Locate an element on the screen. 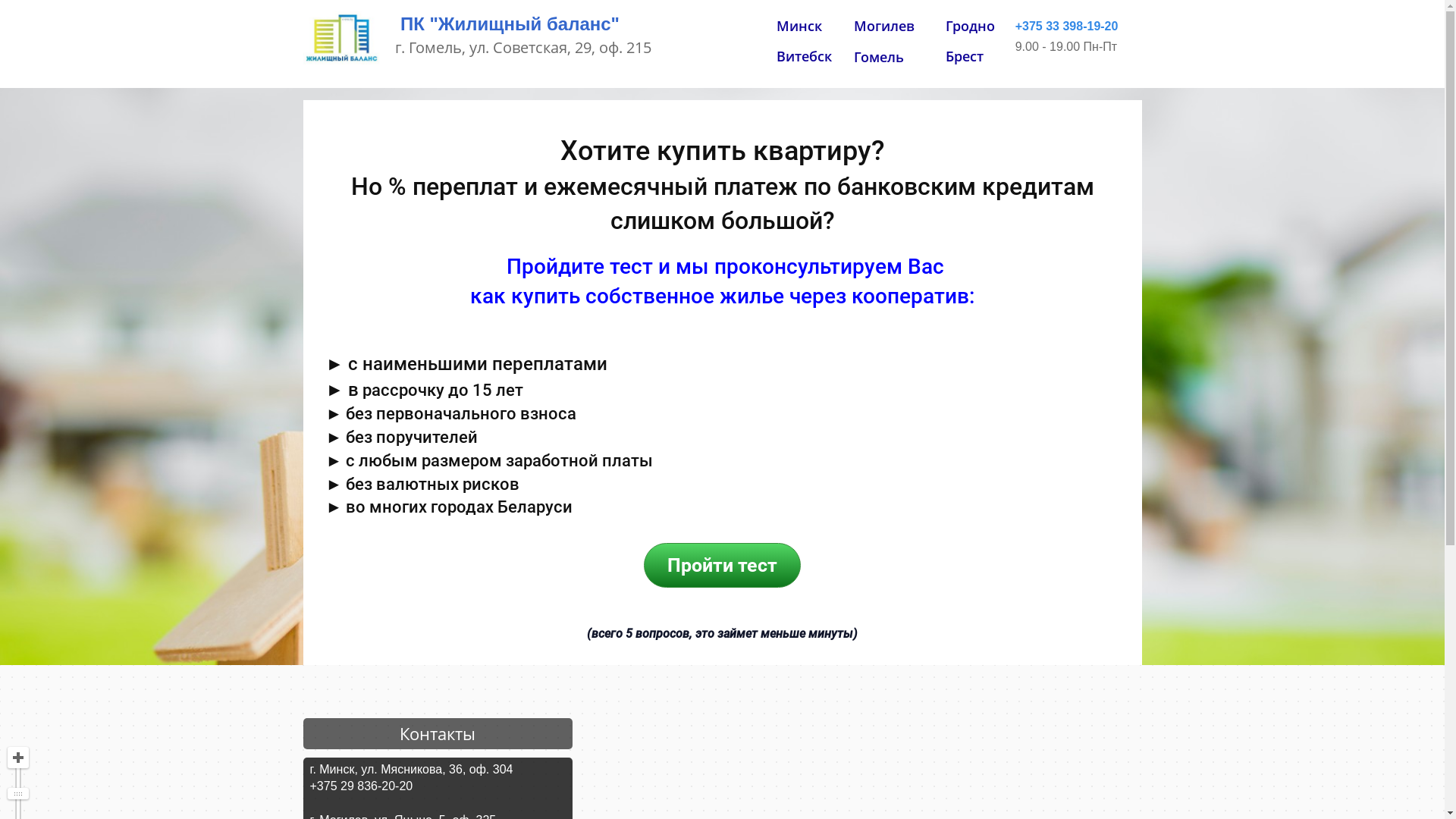 The image size is (1456, 819). '+375 33 398-19-20' is located at coordinates (1065, 27).